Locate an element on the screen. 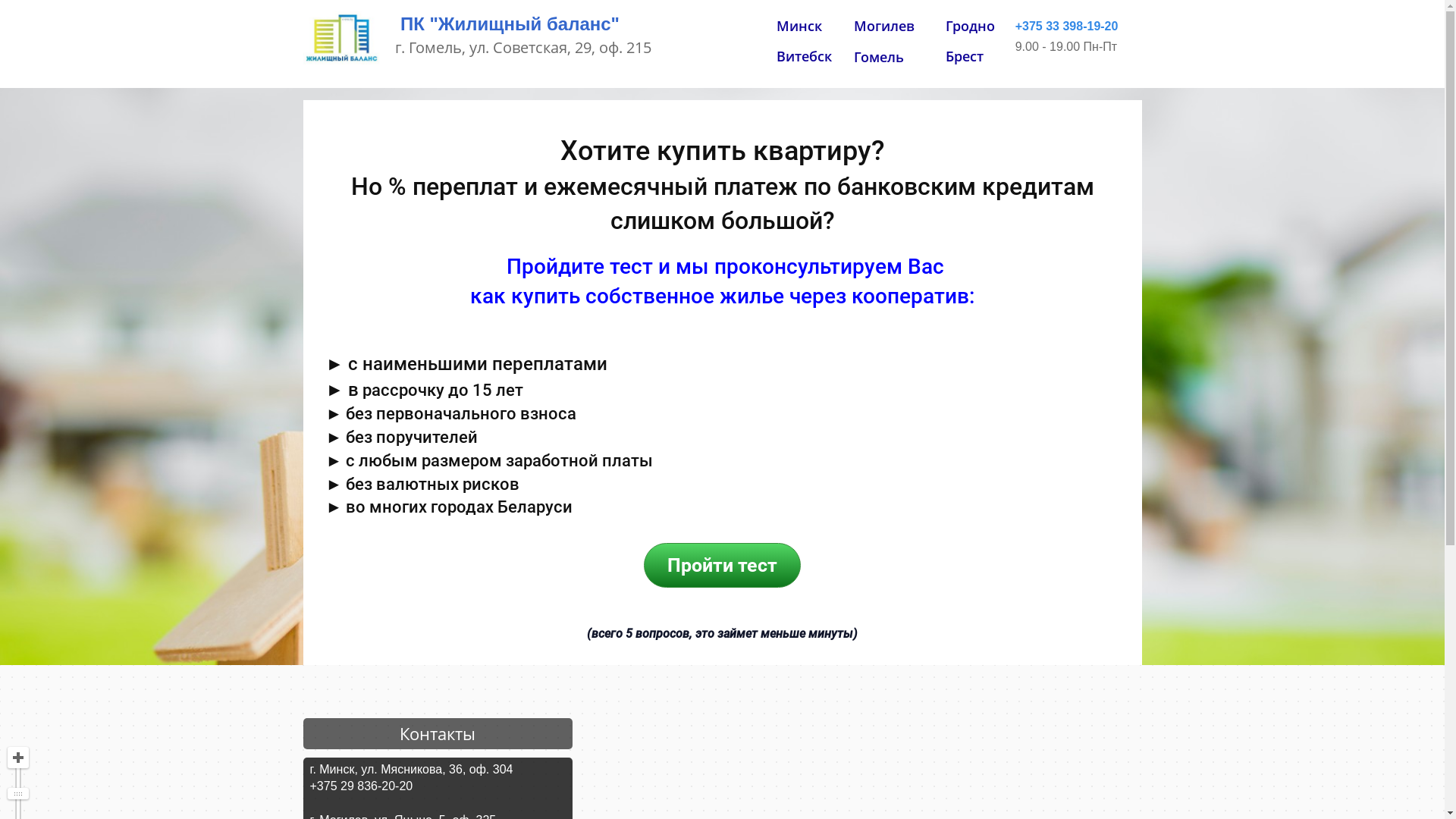 The image size is (1456, 819). '+375 33 398-19-20' is located at coordinates (1065, 27).